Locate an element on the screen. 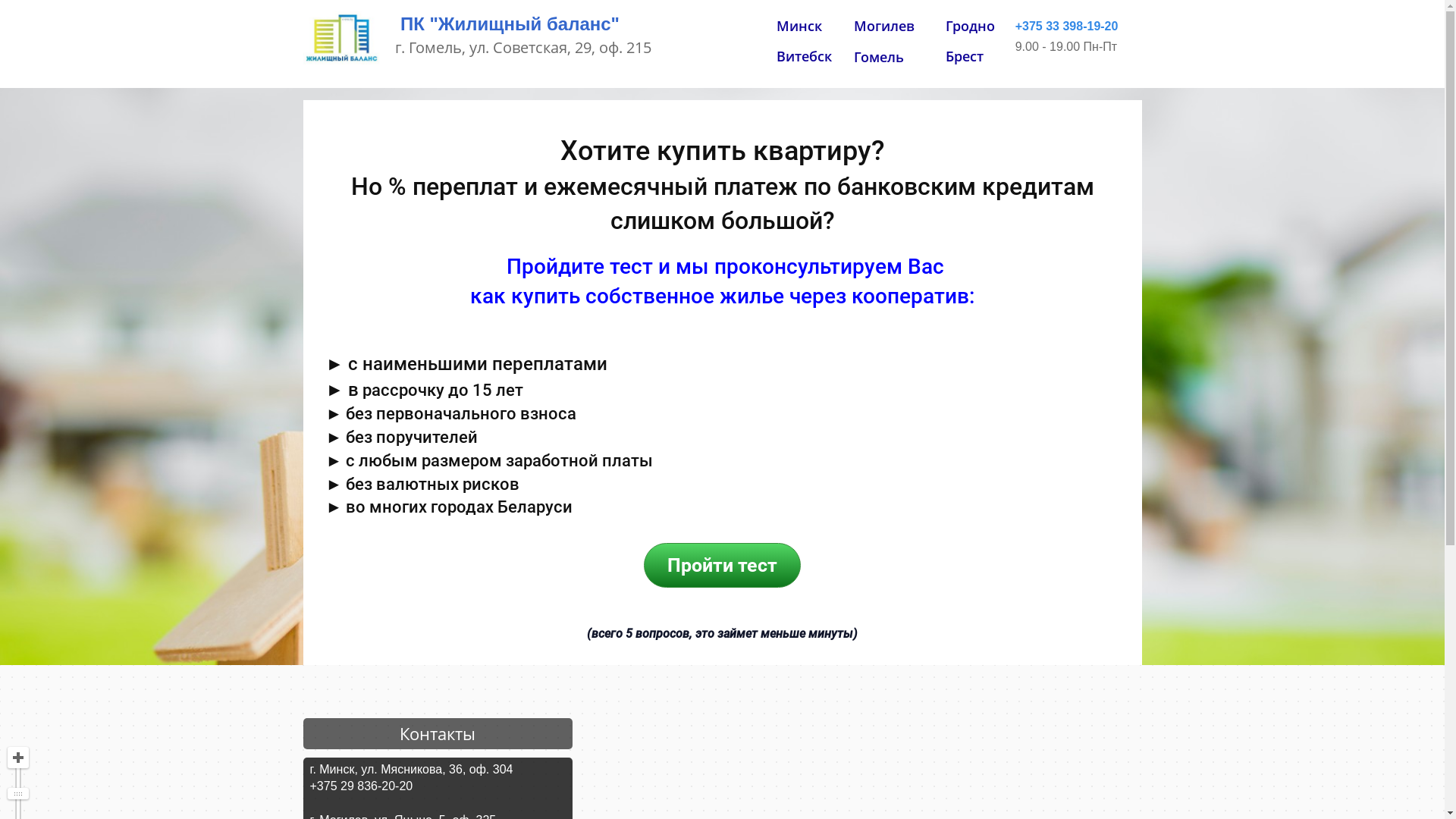 The image size is (1456, 819). '+375 33 398-19-20' is located at coordinates (1065, 27).